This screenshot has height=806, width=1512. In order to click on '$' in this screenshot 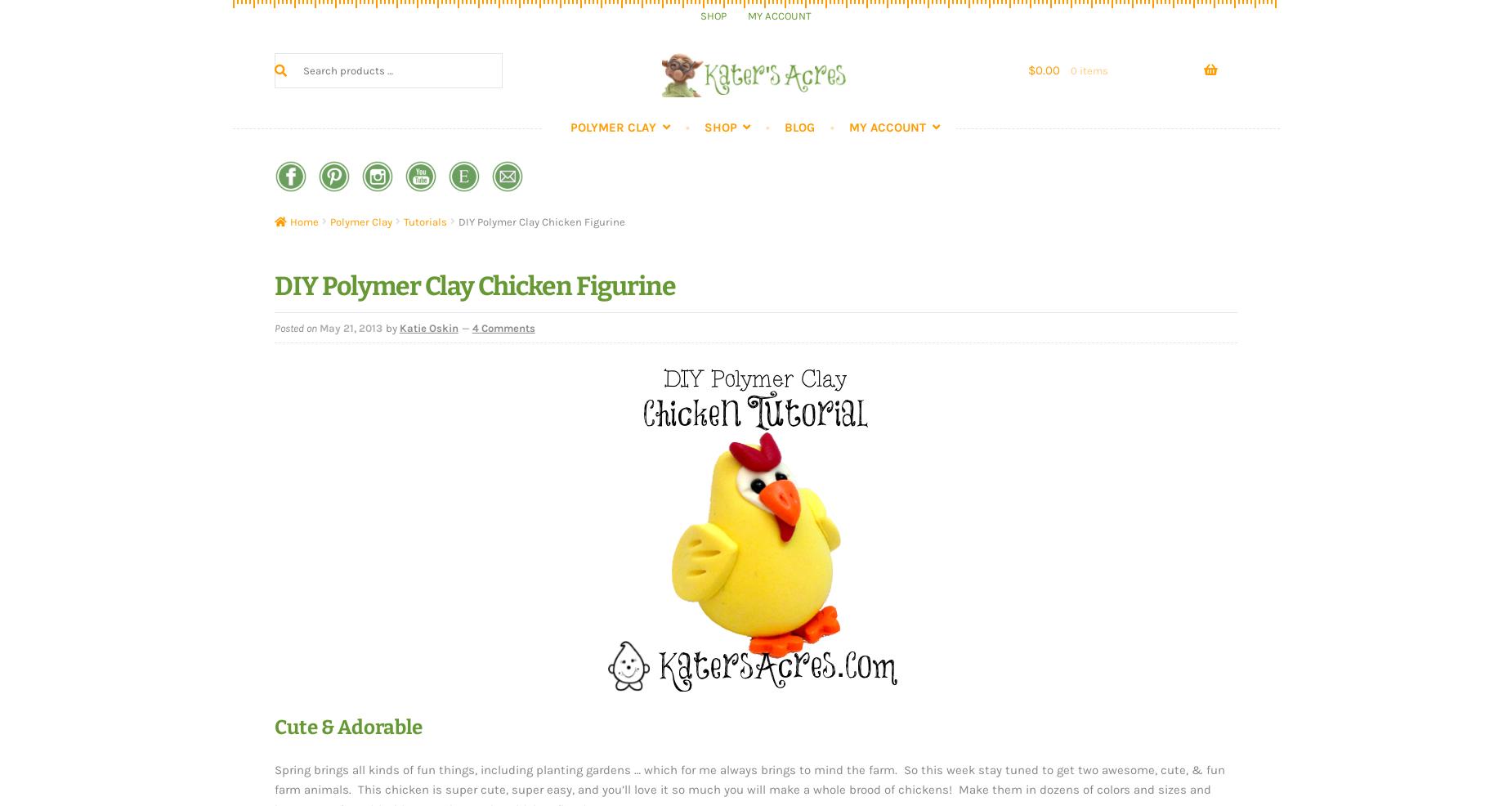, I will do `click(1031, 69)`.